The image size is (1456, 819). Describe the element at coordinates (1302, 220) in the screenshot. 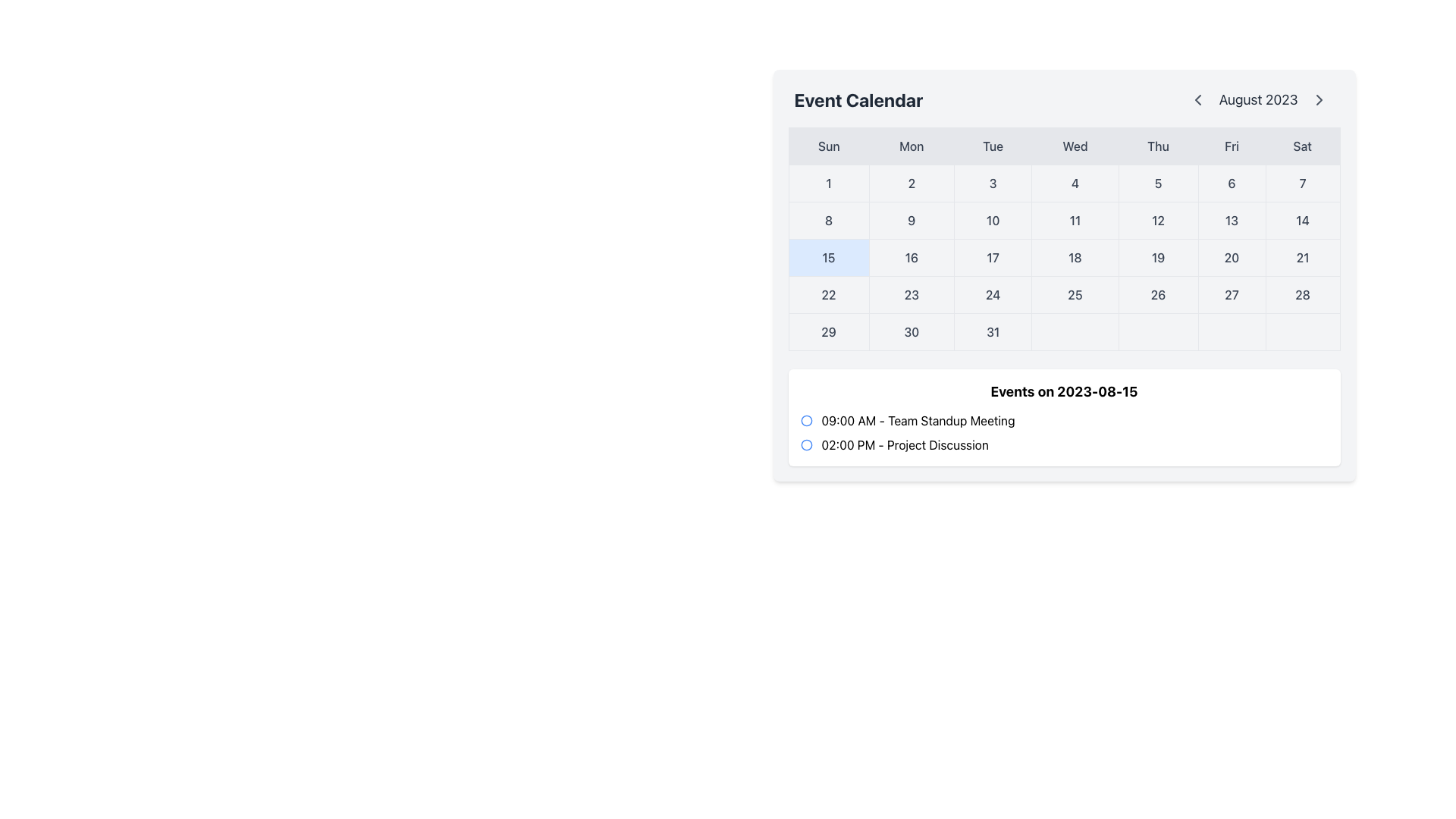

I see `the Calendar Day Cell displaying the number '14'` at that location.